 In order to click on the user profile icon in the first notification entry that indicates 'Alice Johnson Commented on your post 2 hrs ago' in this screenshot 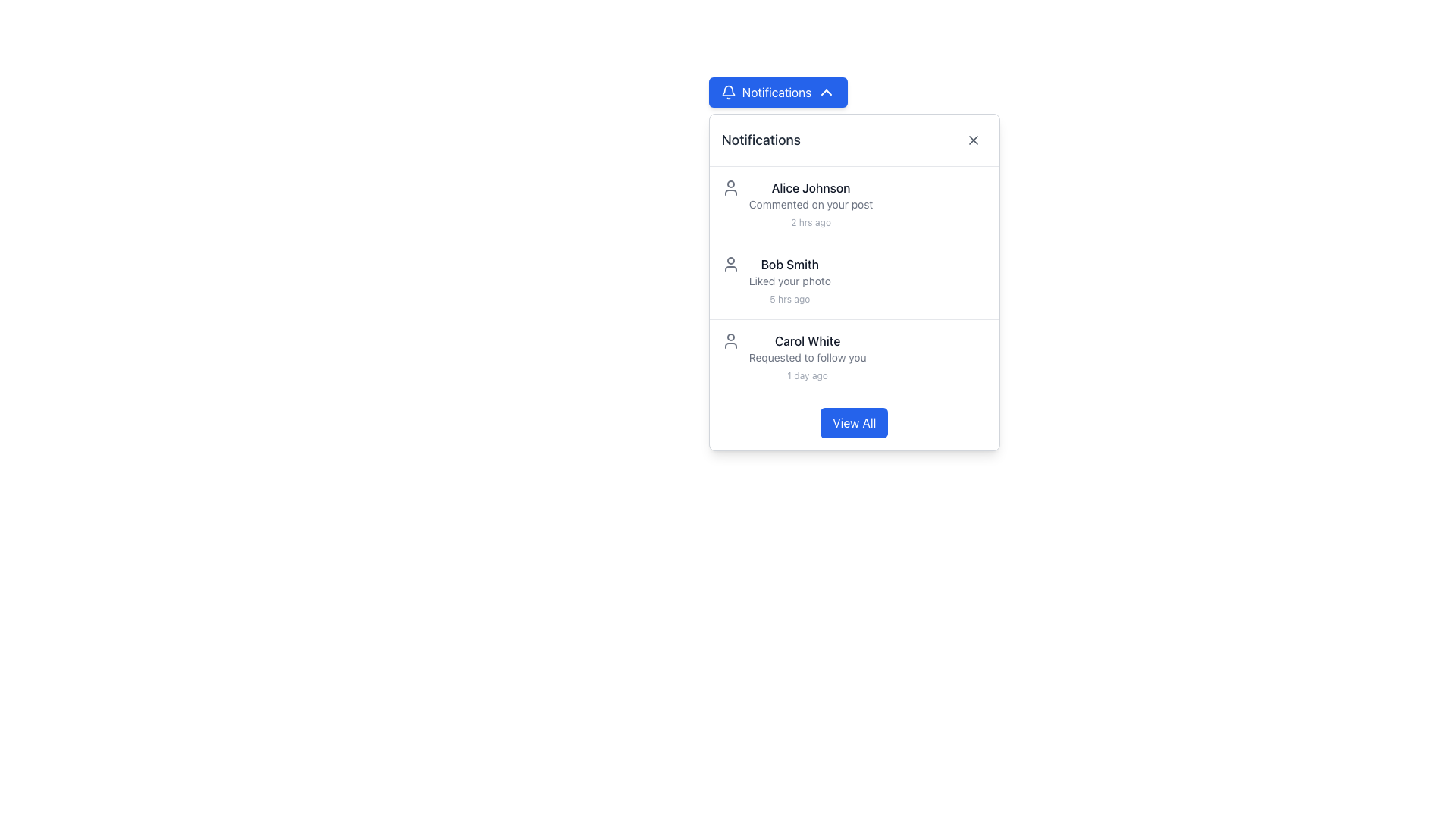, I will do `click(730, 187)`.